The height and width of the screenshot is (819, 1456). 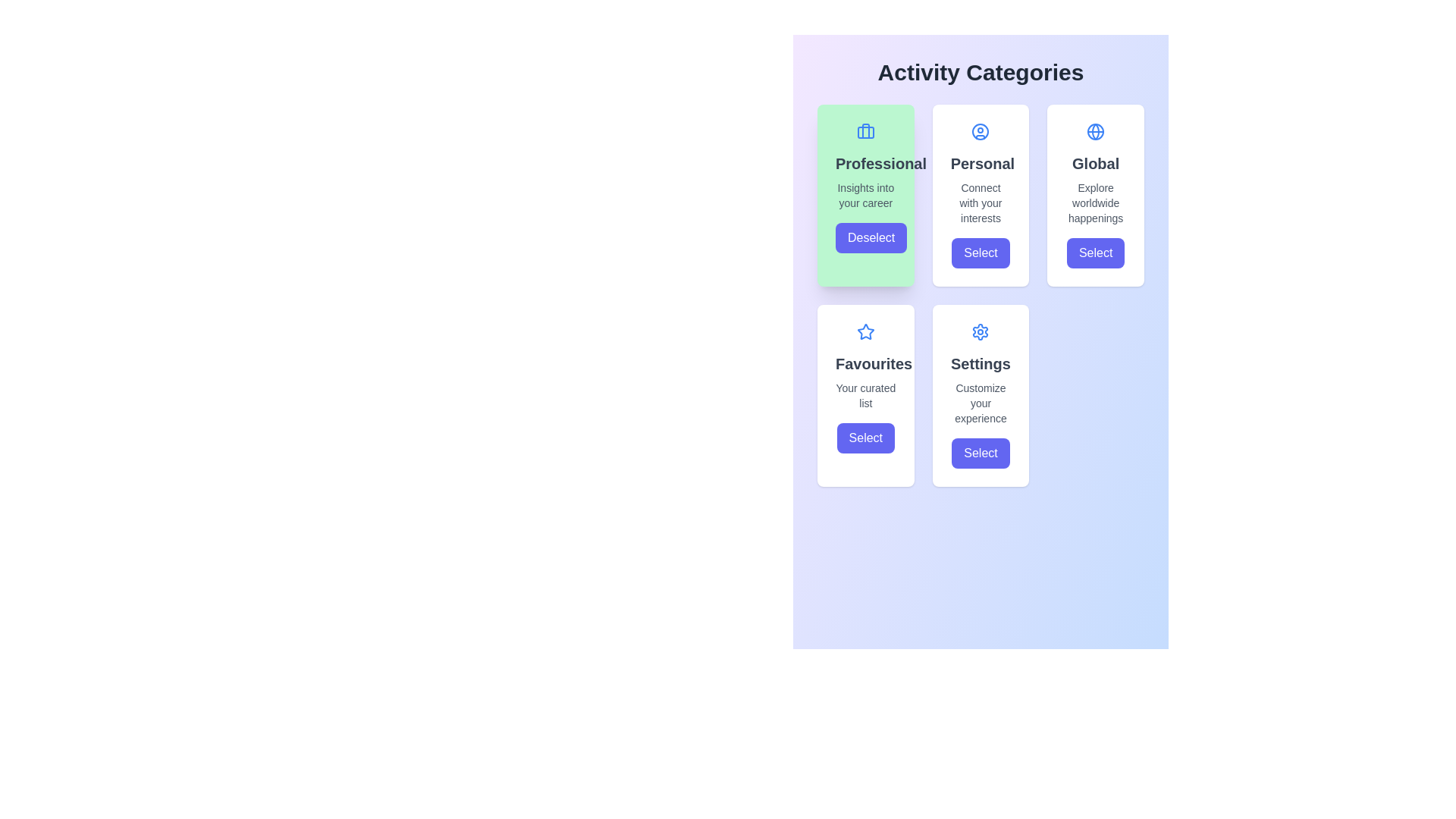 What do you see at coordinates (981, 452) in the screenshot?
I see `the 'Select' button, which has a blue background and white rounded text, located at the bottom of the 'Settings' card` at bounding box center [981, 452].